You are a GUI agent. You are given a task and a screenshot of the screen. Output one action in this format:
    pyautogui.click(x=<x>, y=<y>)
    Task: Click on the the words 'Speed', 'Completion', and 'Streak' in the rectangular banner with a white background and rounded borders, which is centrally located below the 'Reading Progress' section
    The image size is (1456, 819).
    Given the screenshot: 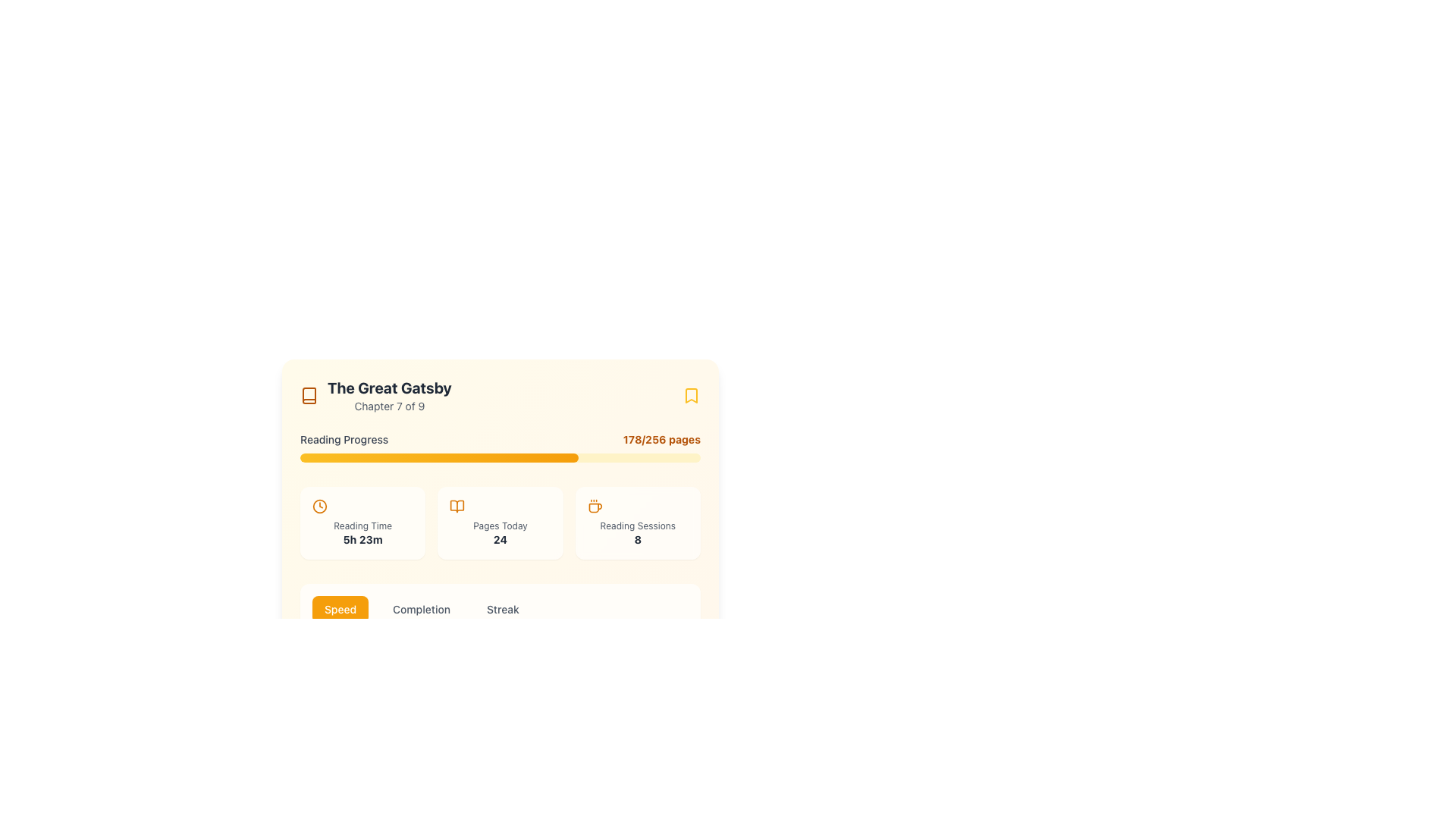 What is the action you would take?
    pyautogui.click(x=500, y=663)
    